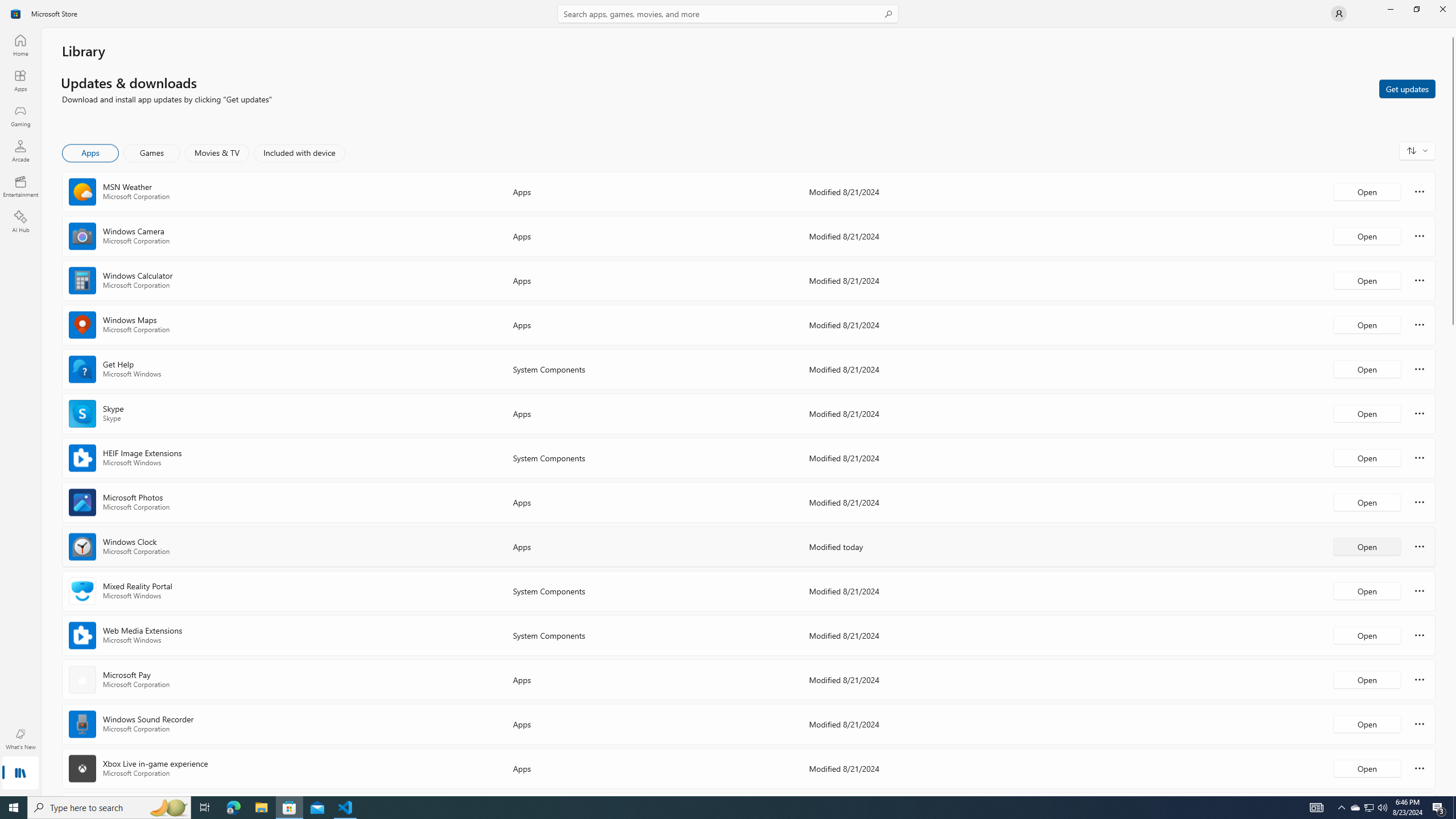 This screenshot has height=819, width=1456. What do you see at coordinates (1442, 9) in the screenshot?
I see `'Close Microsoft Store'` at bounding box center [1442, 9].